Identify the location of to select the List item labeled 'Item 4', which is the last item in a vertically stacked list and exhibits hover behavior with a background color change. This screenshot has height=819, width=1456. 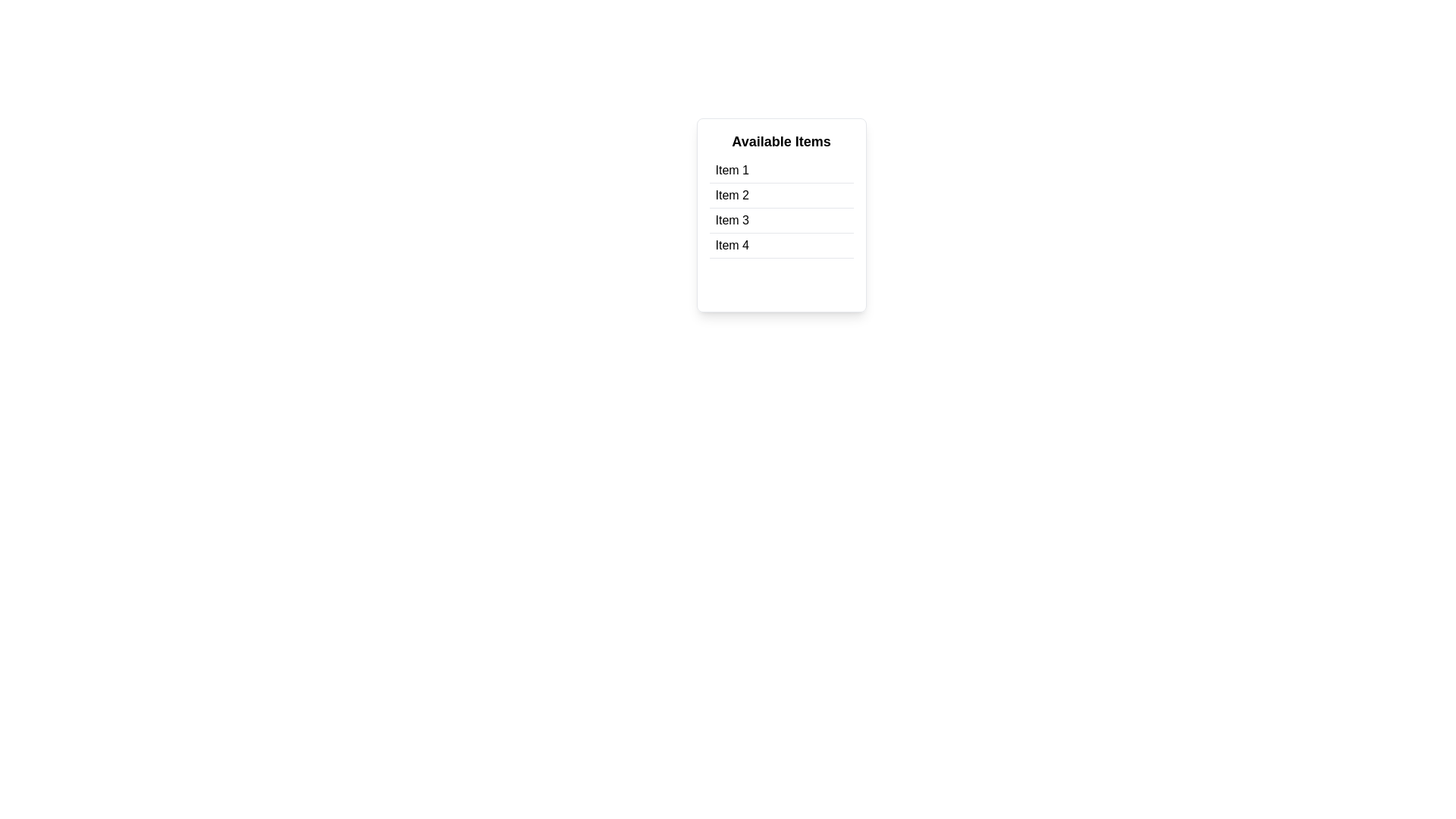
(781, 245).